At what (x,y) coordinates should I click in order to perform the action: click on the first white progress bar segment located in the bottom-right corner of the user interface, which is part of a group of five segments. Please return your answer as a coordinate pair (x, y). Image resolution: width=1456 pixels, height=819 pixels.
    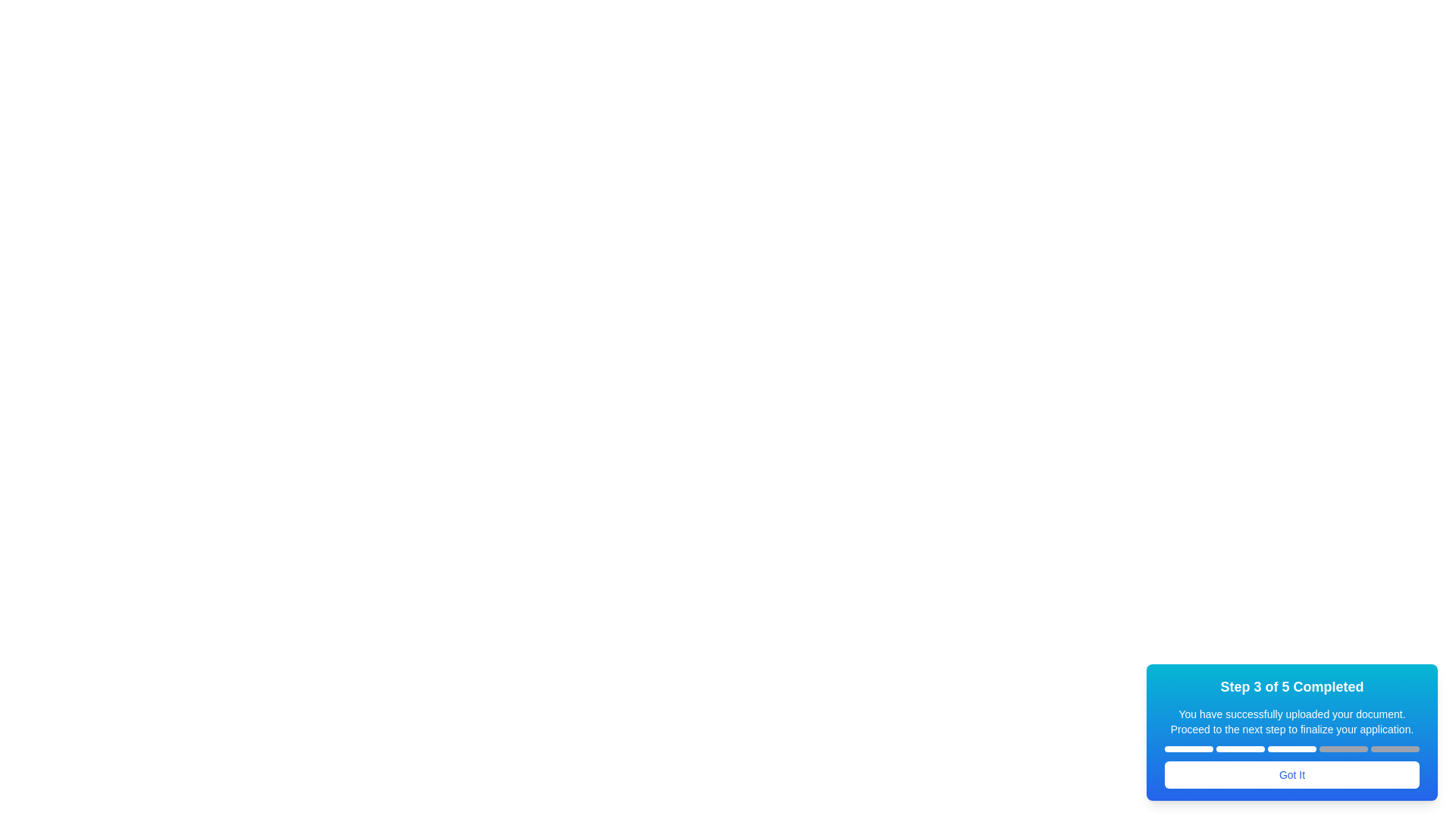
    Looking at the image, I should click on (1188, 748).